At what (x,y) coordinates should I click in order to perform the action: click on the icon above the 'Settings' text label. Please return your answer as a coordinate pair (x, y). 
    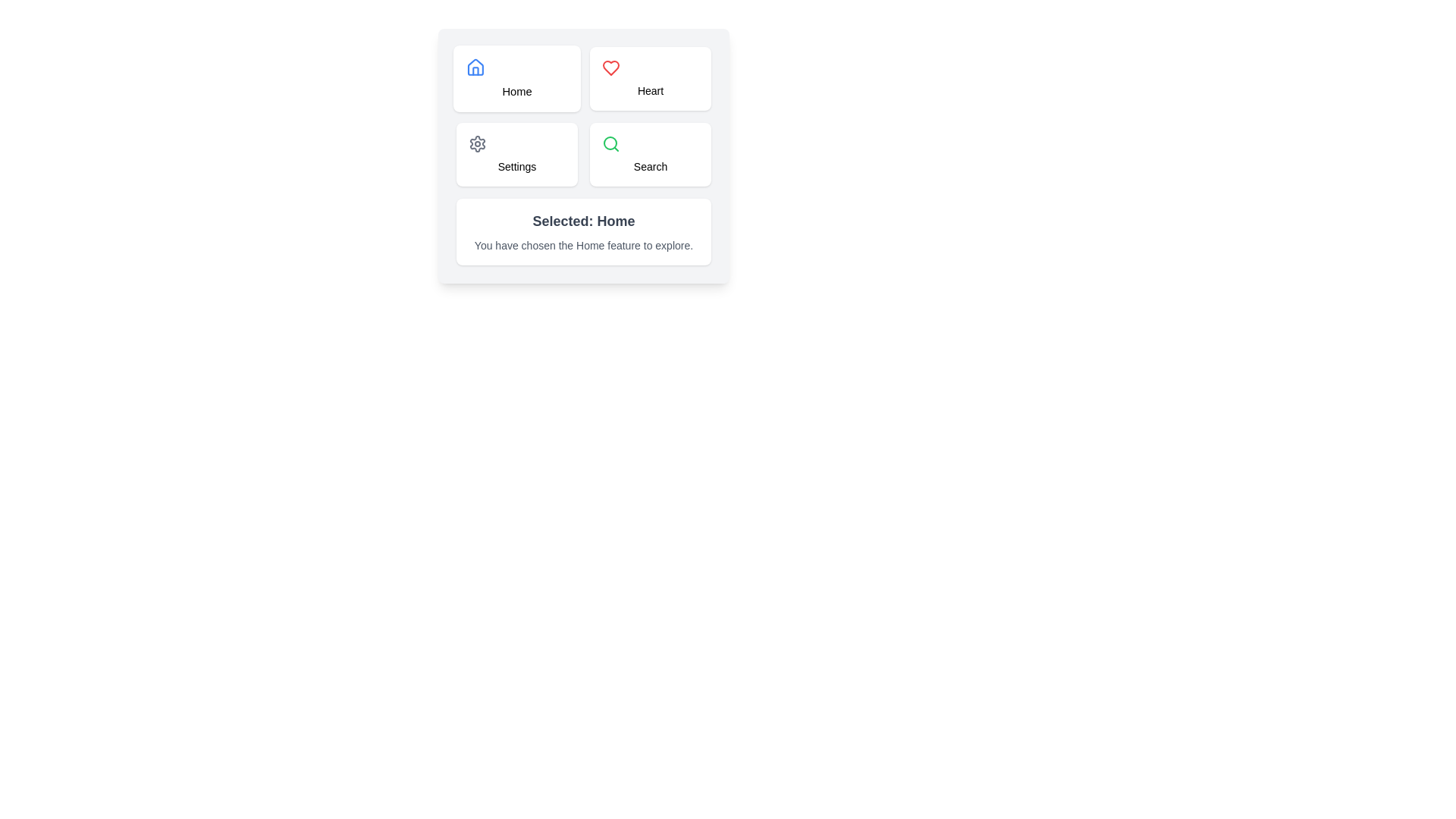
    Looking at the image, I should click on (516, 166).